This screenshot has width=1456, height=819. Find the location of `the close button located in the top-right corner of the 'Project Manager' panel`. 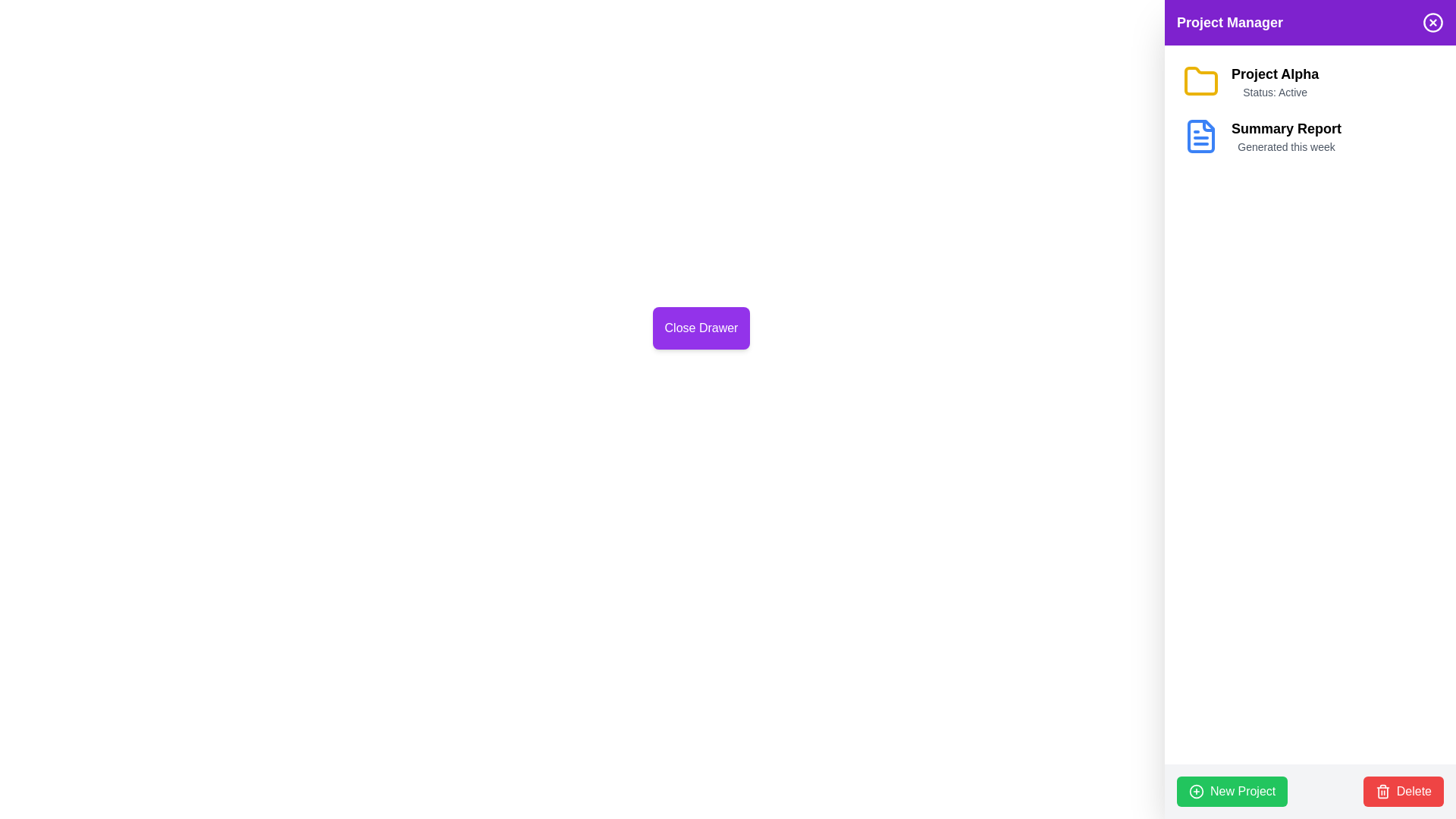

the close button located in the top-right corner of the 'Project Manager' panel is located at coordinates (1432, 23).